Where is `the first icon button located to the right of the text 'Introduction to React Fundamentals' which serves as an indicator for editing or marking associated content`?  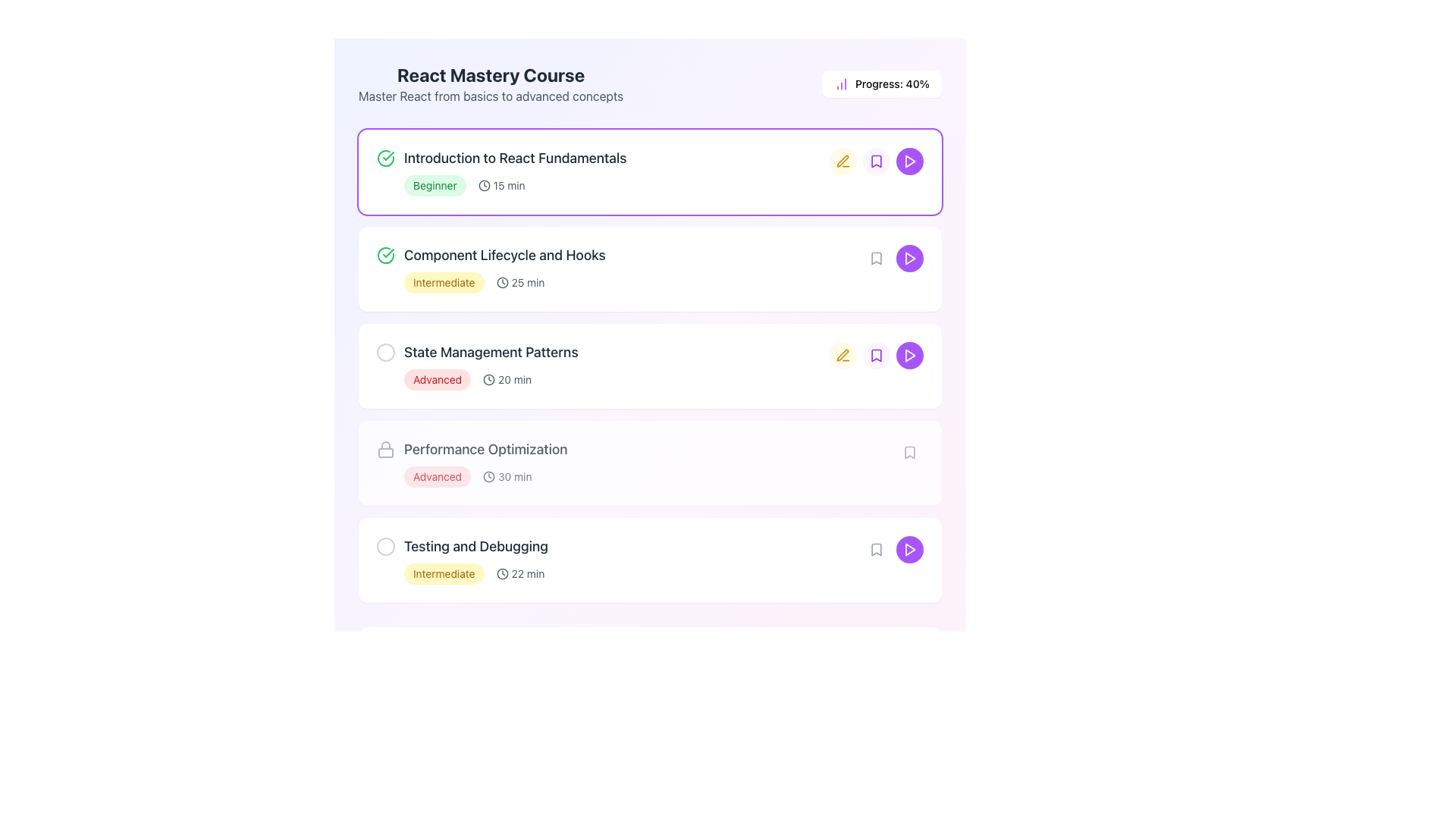 the first icon button located to the right of the text 'Introduction to React Fundamentals' which serves as an indicator for editing or marking associated content is located at coordinates (843, 161).